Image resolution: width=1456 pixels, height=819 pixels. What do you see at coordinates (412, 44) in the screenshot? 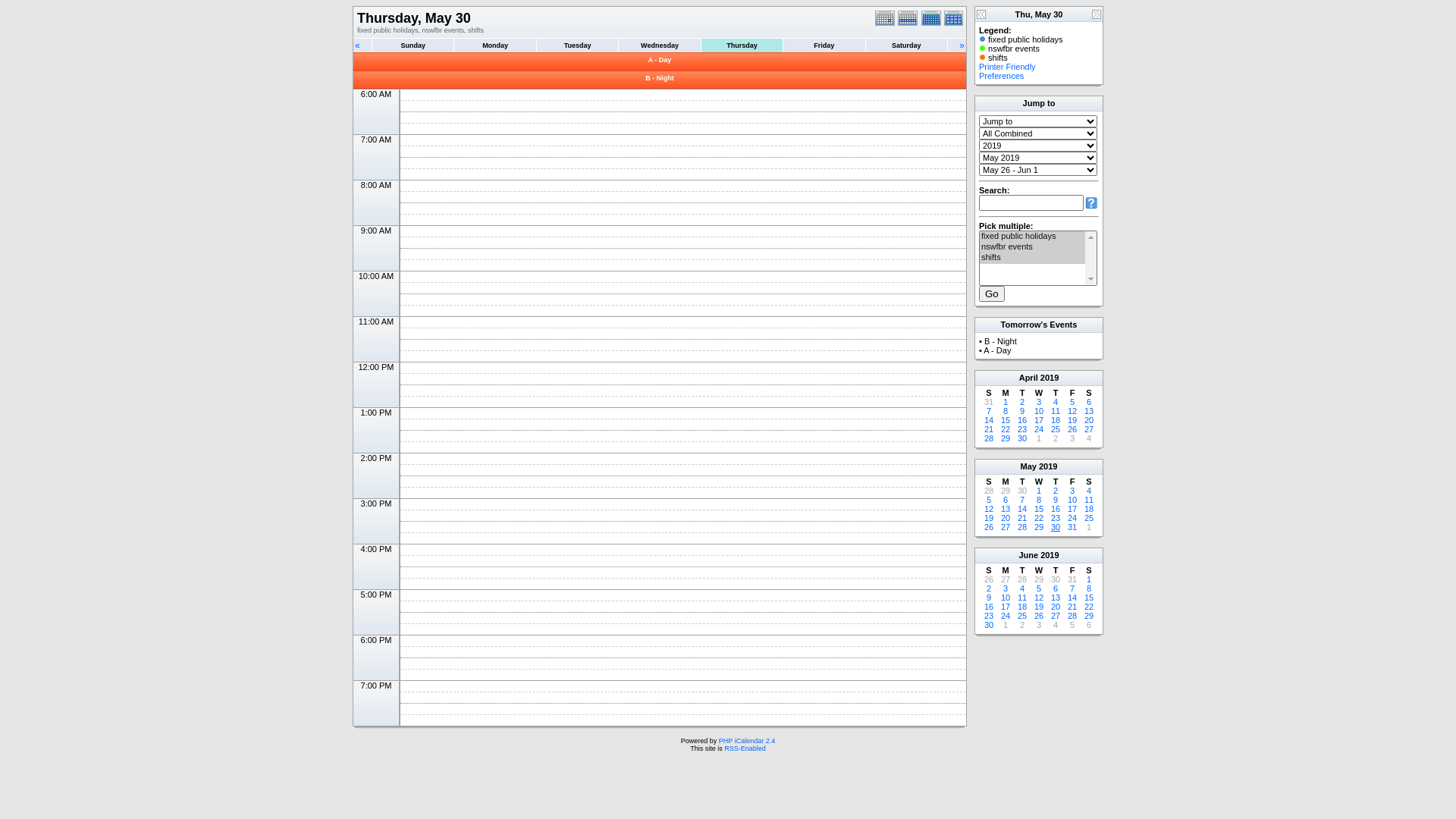
I see `'Sunday'` at bounding box center [412, 44].